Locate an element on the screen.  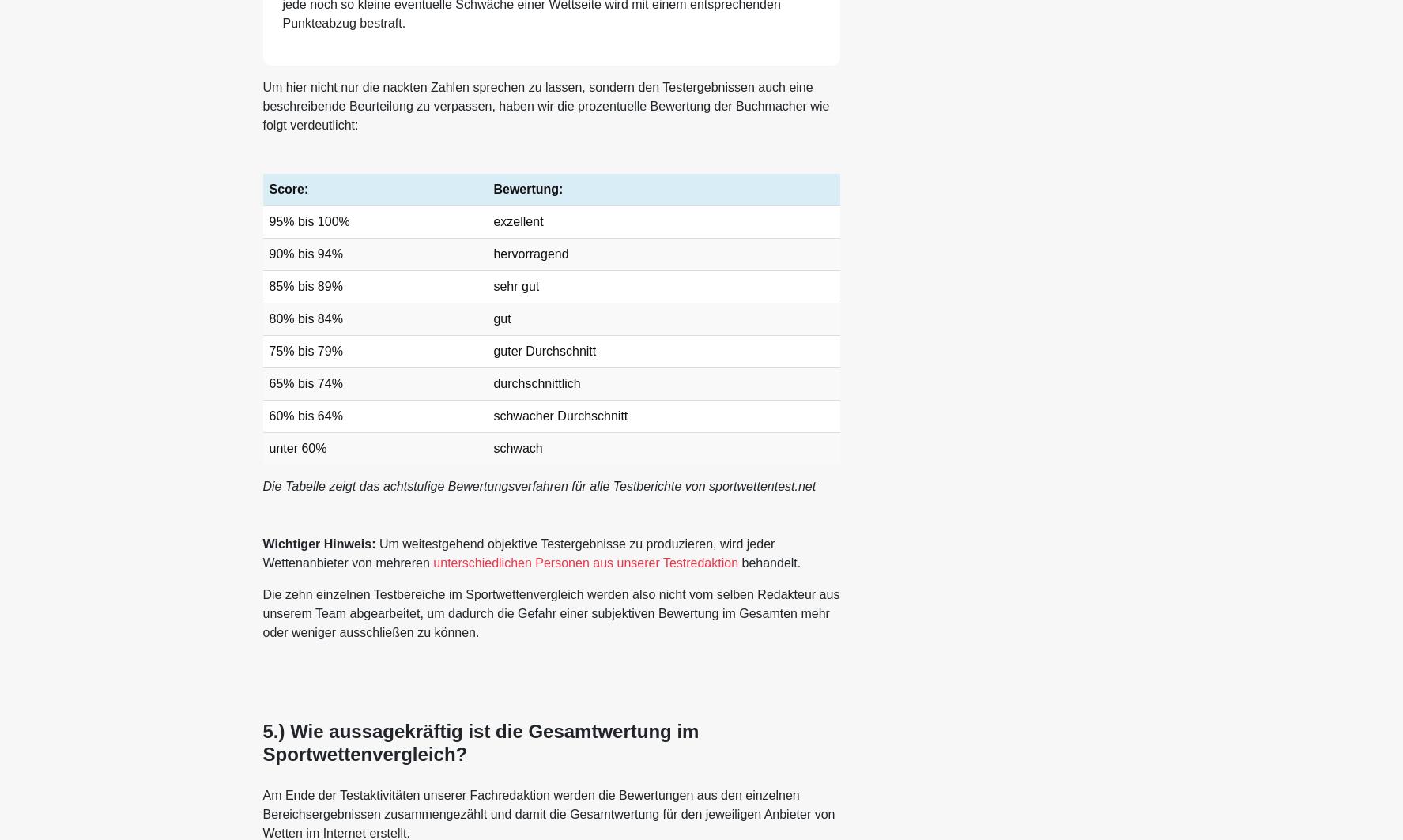
'durchschnittlich' is located at coordinates (535, 383).